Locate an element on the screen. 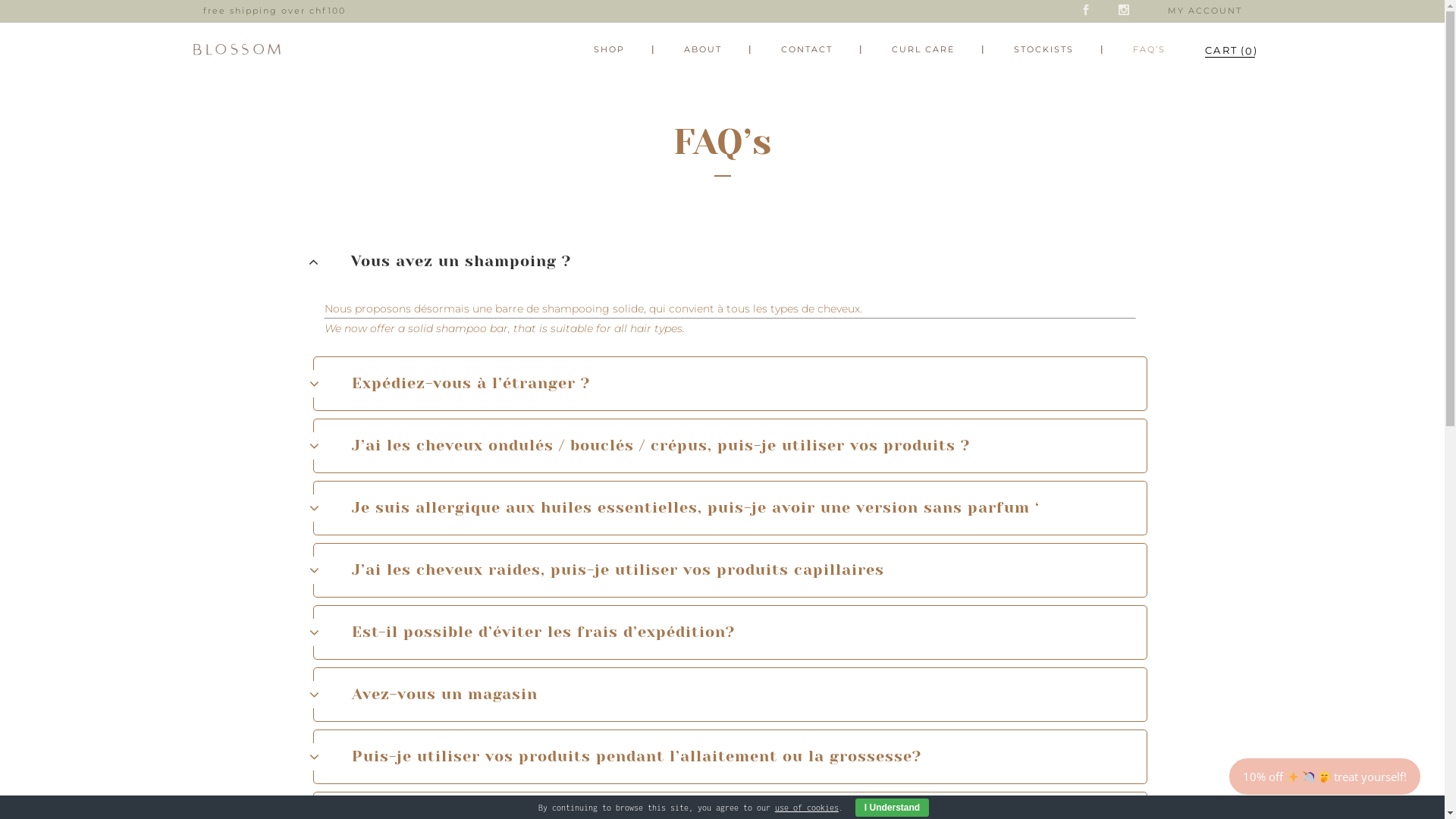  'SHOP' is located at coordinates (609, 49).